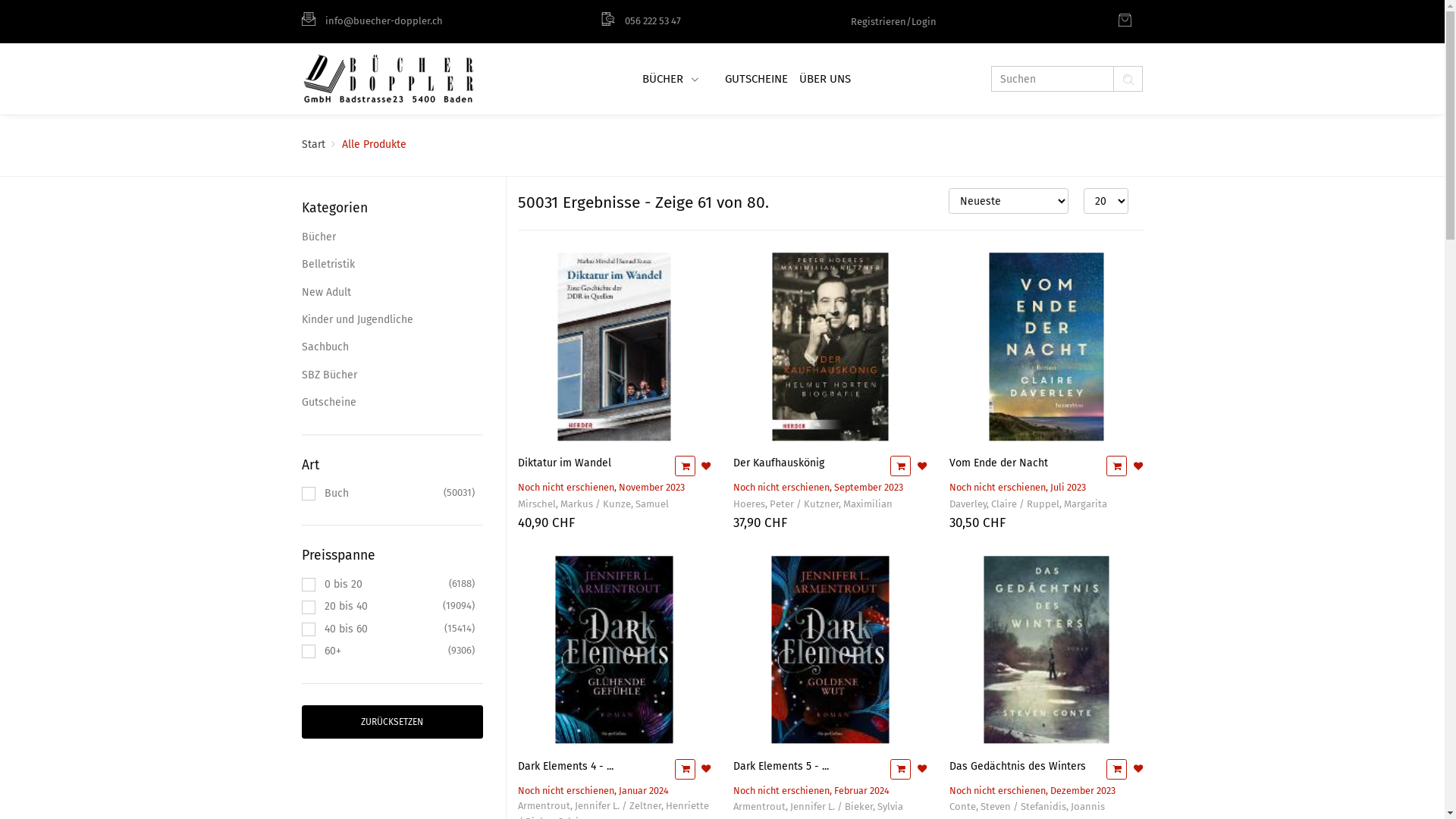  Describe the element at coordinates (1027, 806) in the screenshot. I see `'Conte, Steven / Stefanidis, Joannis'` at that location.